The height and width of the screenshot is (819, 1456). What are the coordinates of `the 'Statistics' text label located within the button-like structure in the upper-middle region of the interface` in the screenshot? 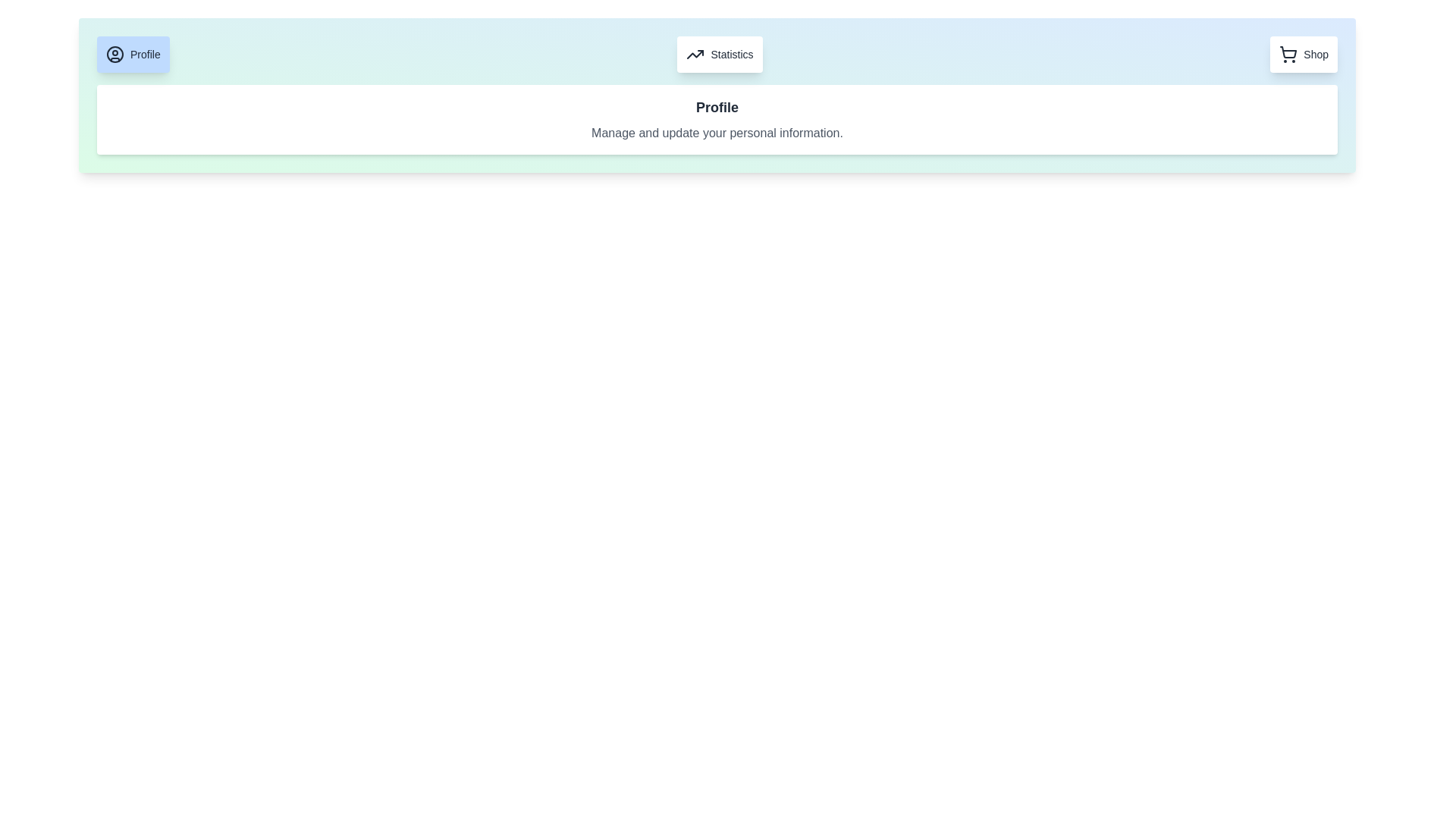 It's located at (732, 54).